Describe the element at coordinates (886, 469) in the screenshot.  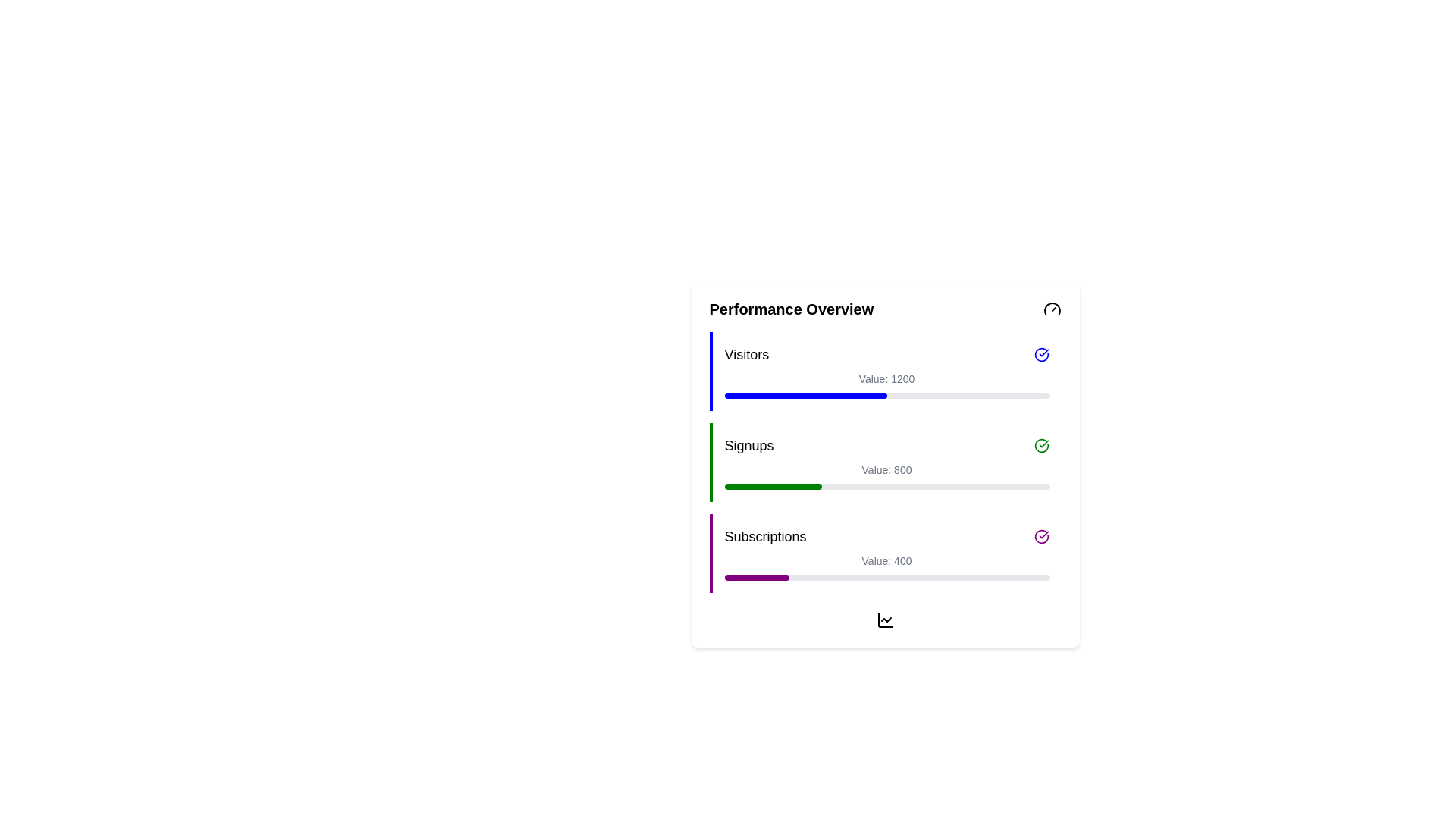
I see `the Text element displaying the numerical value (800) in the 'Signups' section` at that location.